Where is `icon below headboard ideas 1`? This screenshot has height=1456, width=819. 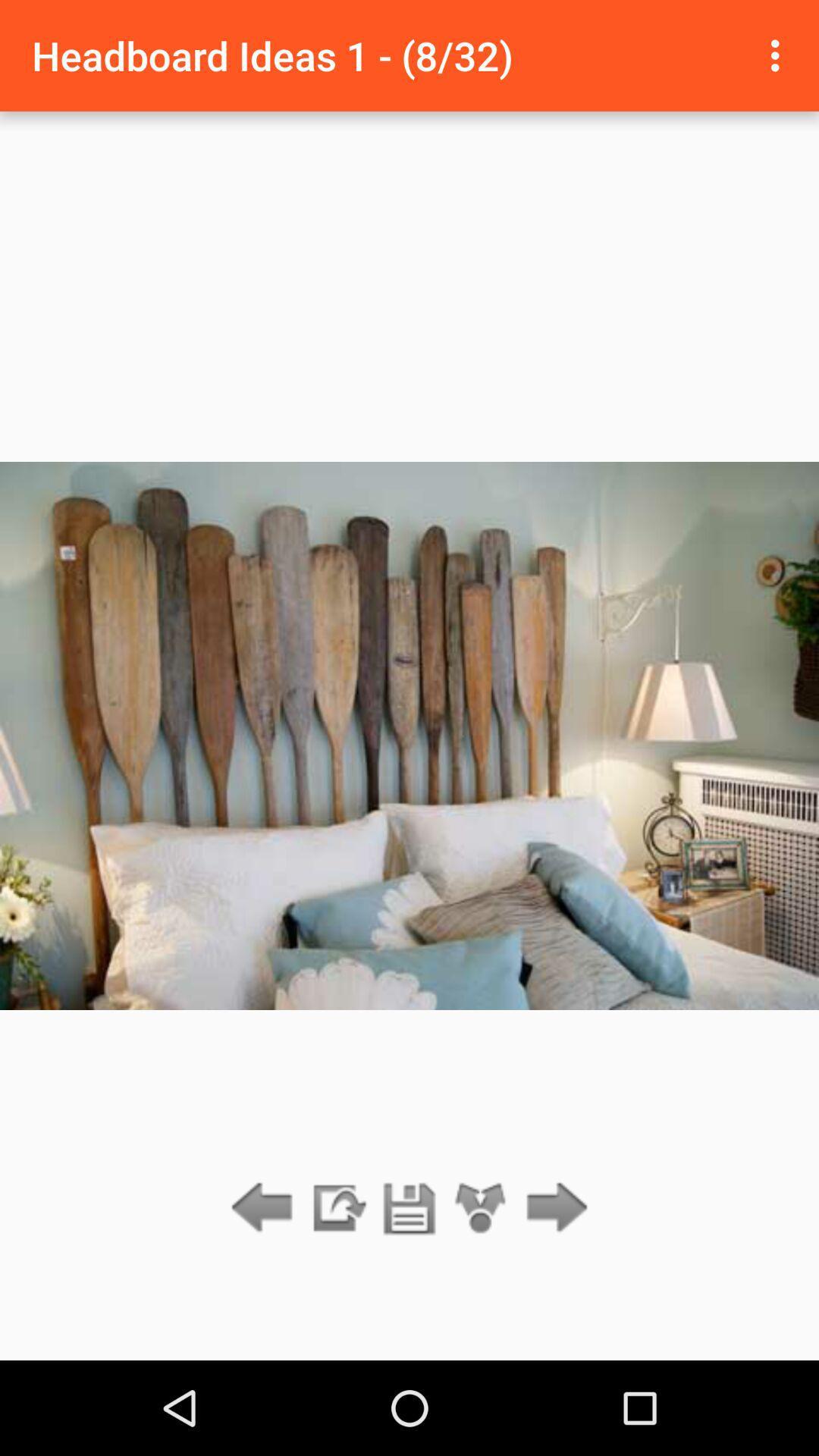
icon below headboard ideas 1 is located at coordinates (553, 1208).